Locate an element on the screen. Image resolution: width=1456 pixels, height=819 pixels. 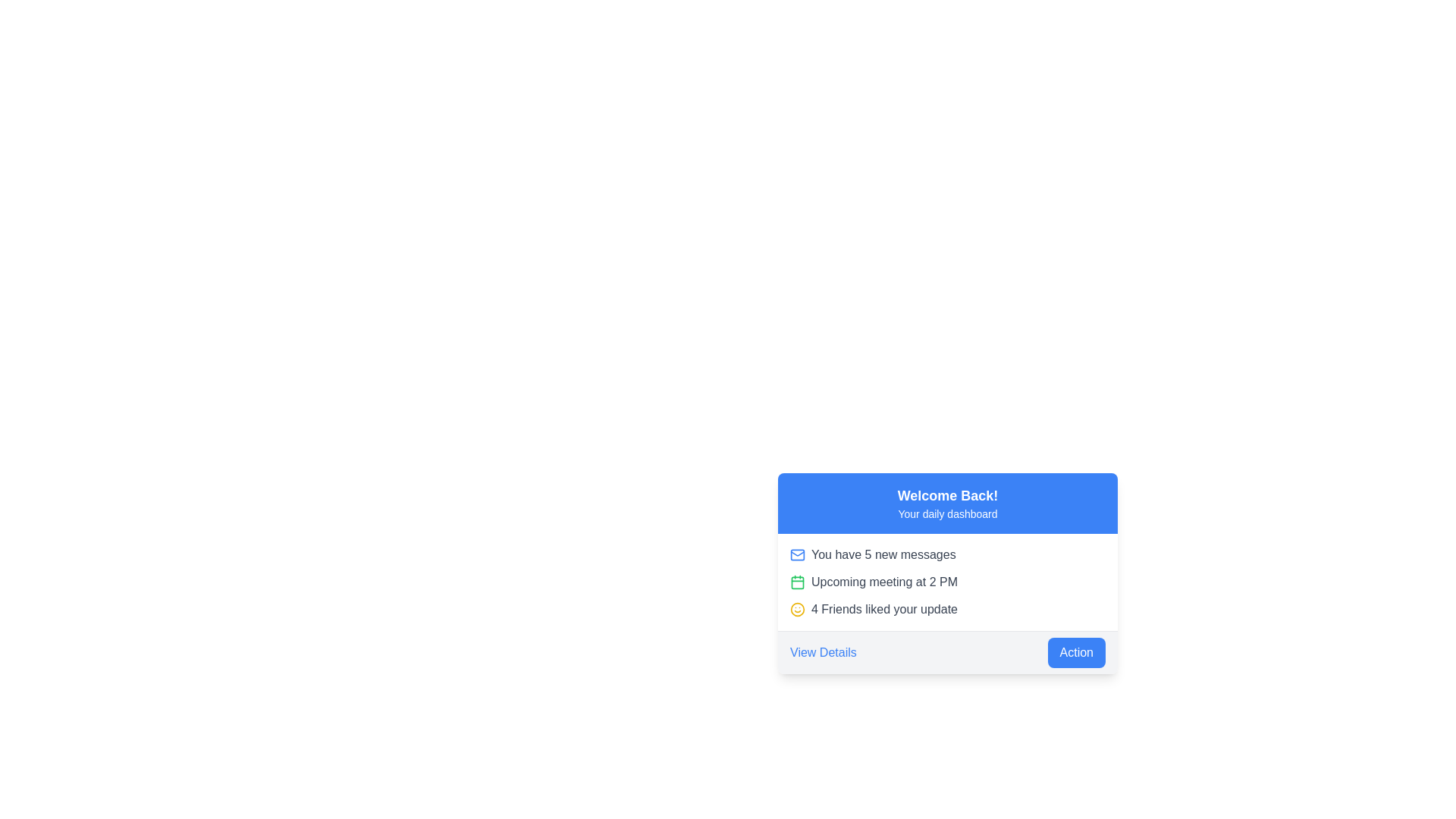
the text element that contains 'Upcoming meeting at 2 PM', which is the second line of text under the title 'Welcome Back!' and positioned to the right of a green calendar icon is located at coordinates (884, 581).